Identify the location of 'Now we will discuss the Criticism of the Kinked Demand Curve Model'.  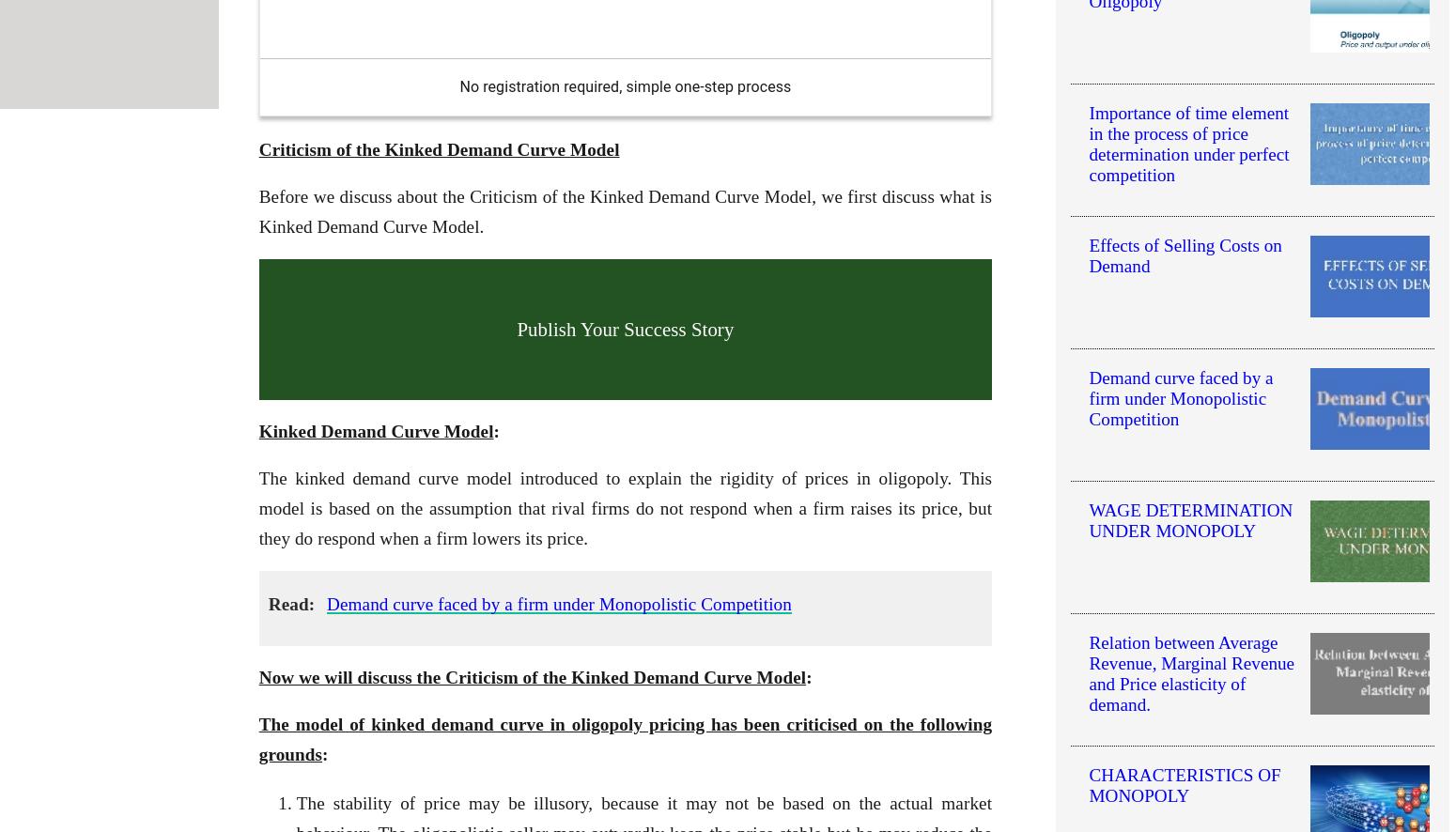
(257, 677).